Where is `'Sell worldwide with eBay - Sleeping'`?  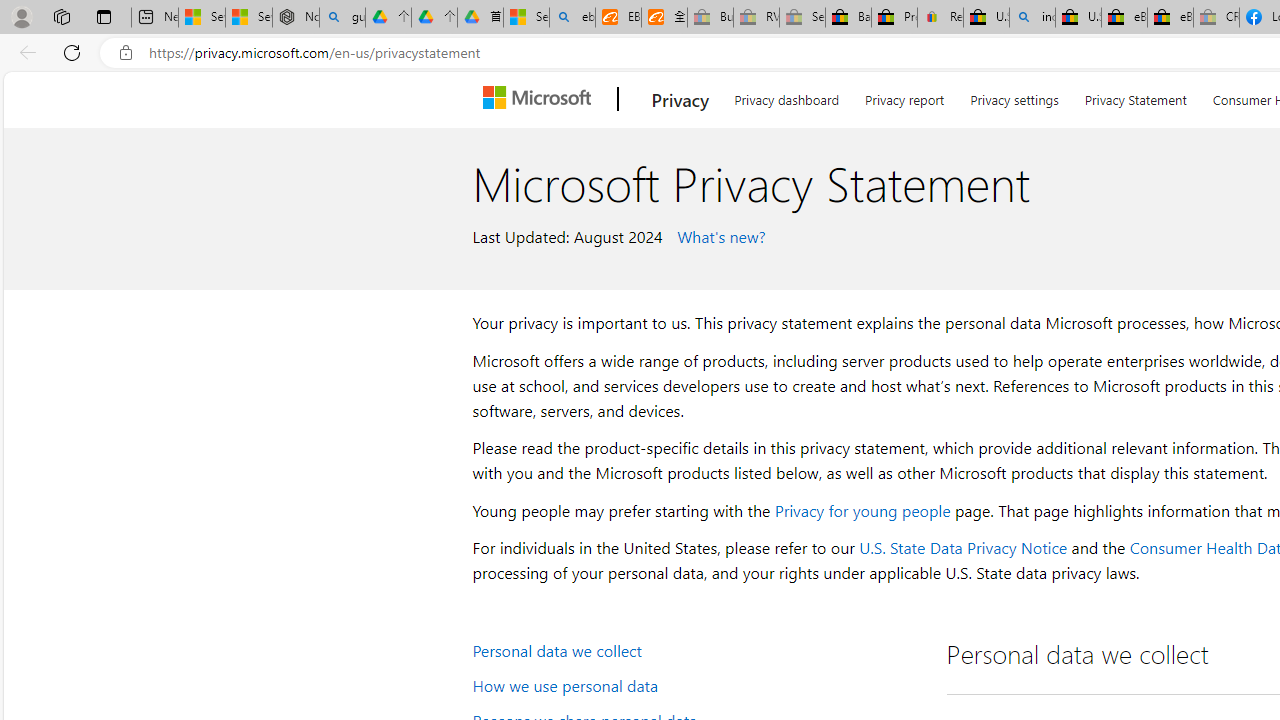
'Sell worldwide with eBay - Sleeping' is located at coordinates (802, 17).